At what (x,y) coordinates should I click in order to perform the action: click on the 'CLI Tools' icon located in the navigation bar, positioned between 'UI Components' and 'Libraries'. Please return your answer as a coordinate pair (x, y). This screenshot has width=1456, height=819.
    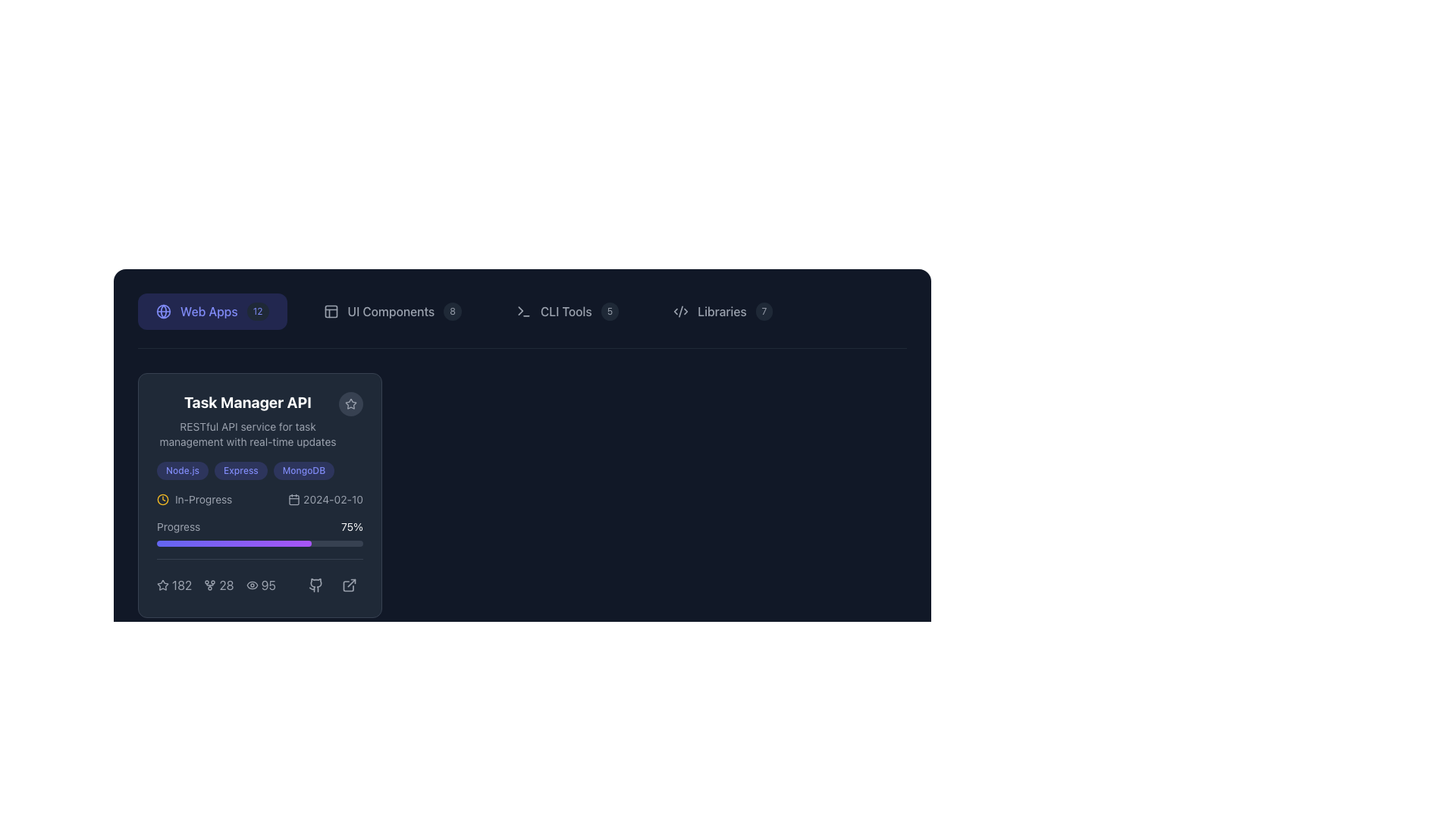
    Looking at the image, I should click on (524, 311).